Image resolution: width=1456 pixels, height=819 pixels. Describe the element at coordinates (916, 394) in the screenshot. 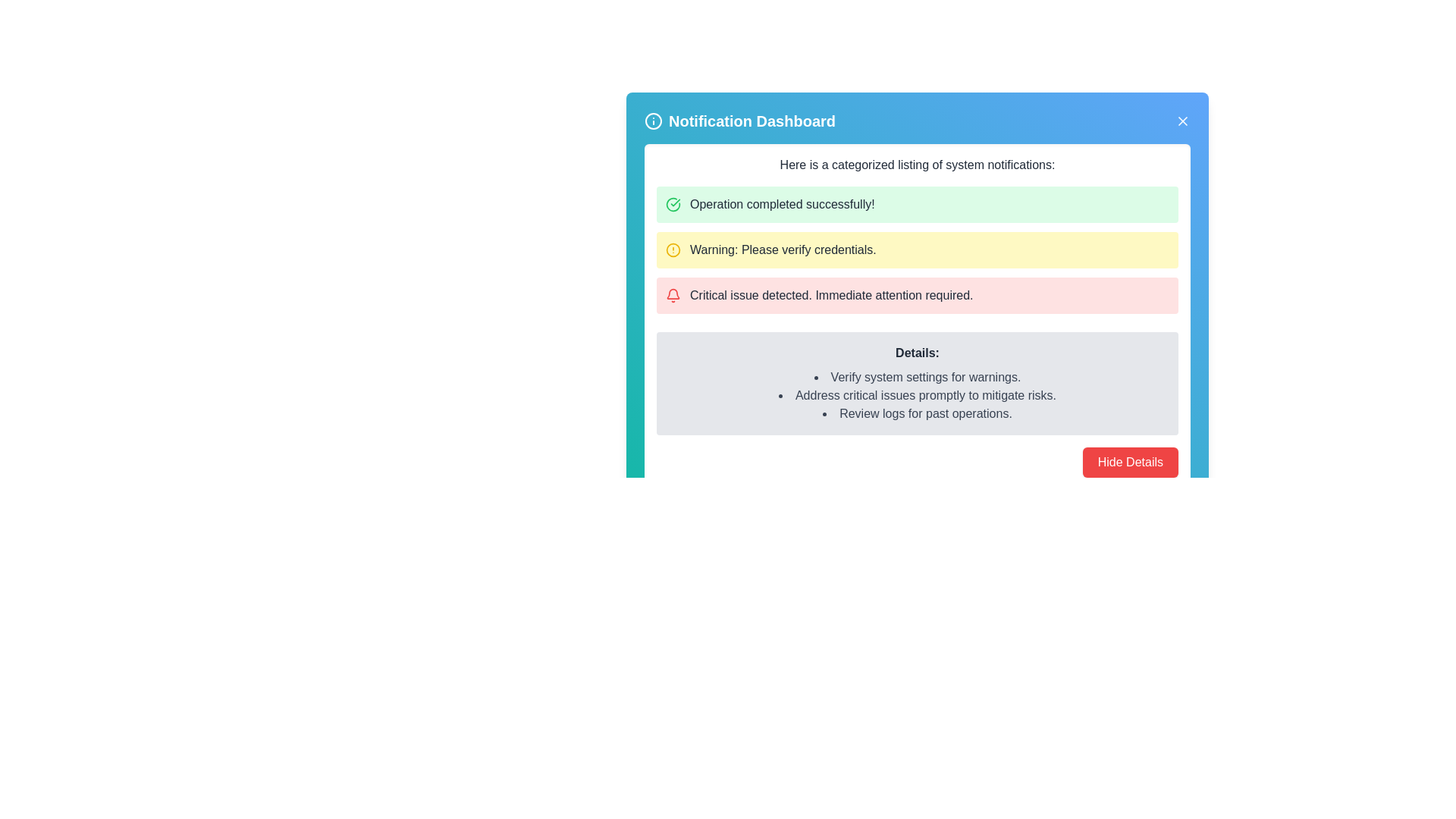

I see `instructional text located beneath 'Verify system settings for warnings' and above 'Review logs for past operations' in the bullet-point list within the light gray box labeled 'Details:' on the notification card` at that location.